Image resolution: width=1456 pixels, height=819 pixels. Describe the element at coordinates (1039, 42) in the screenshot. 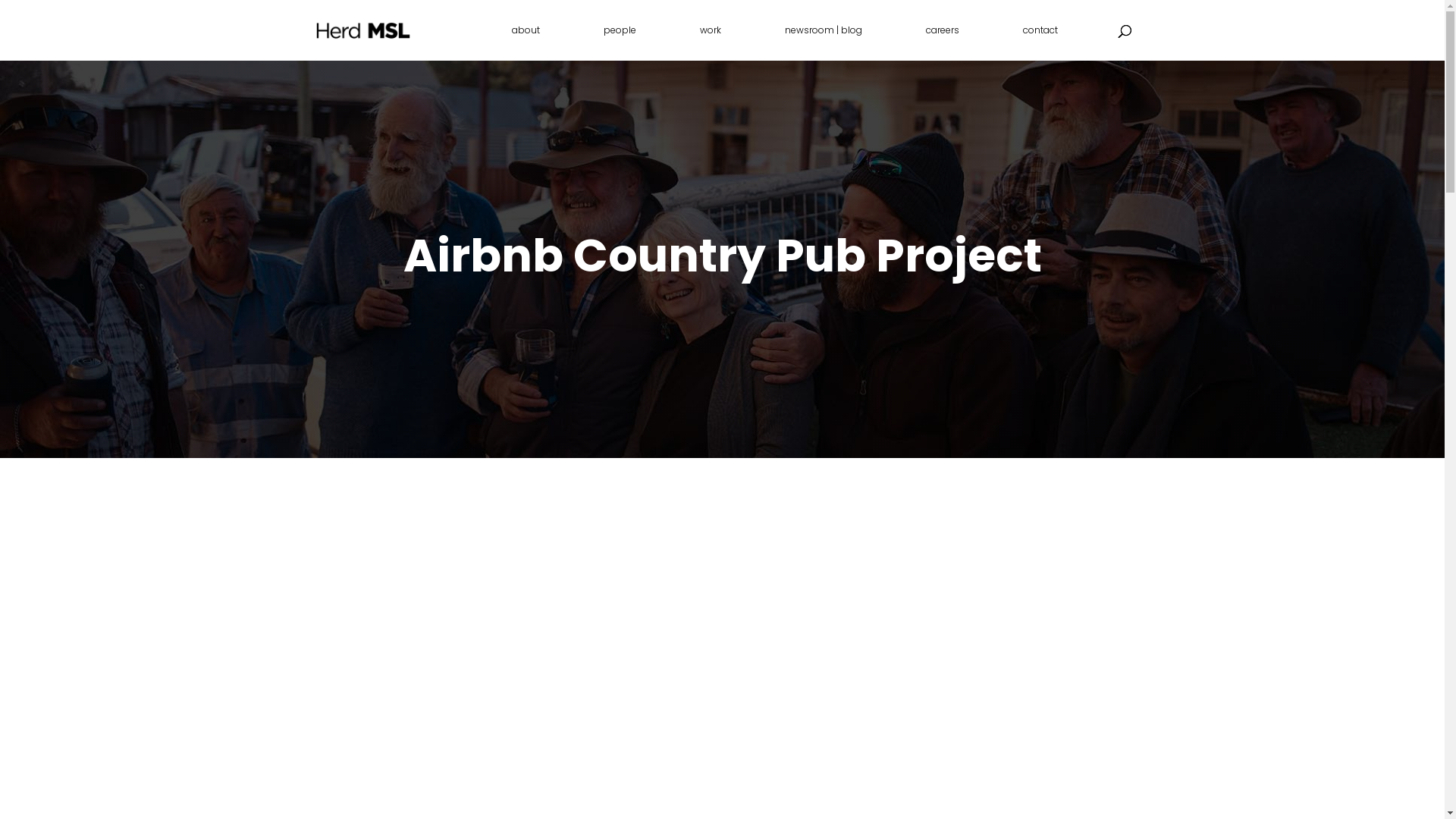

I see `'contact'` at that location.